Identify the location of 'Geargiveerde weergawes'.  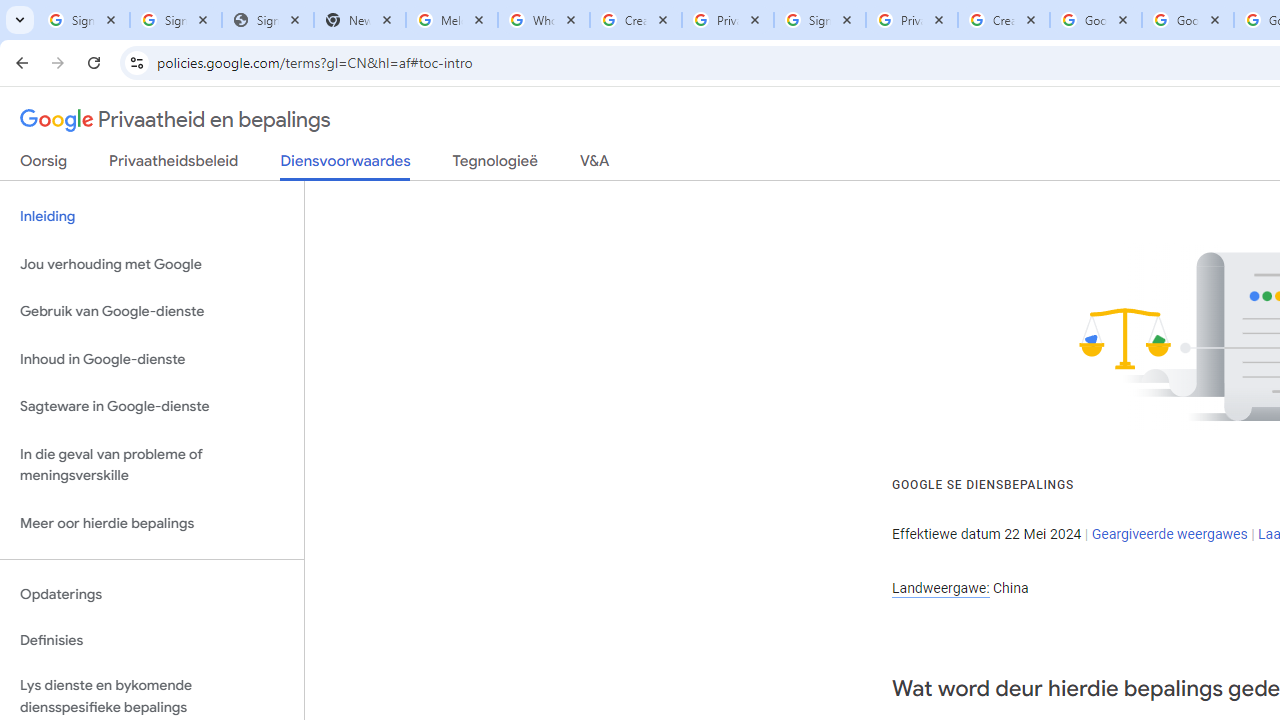
(1169, 532).